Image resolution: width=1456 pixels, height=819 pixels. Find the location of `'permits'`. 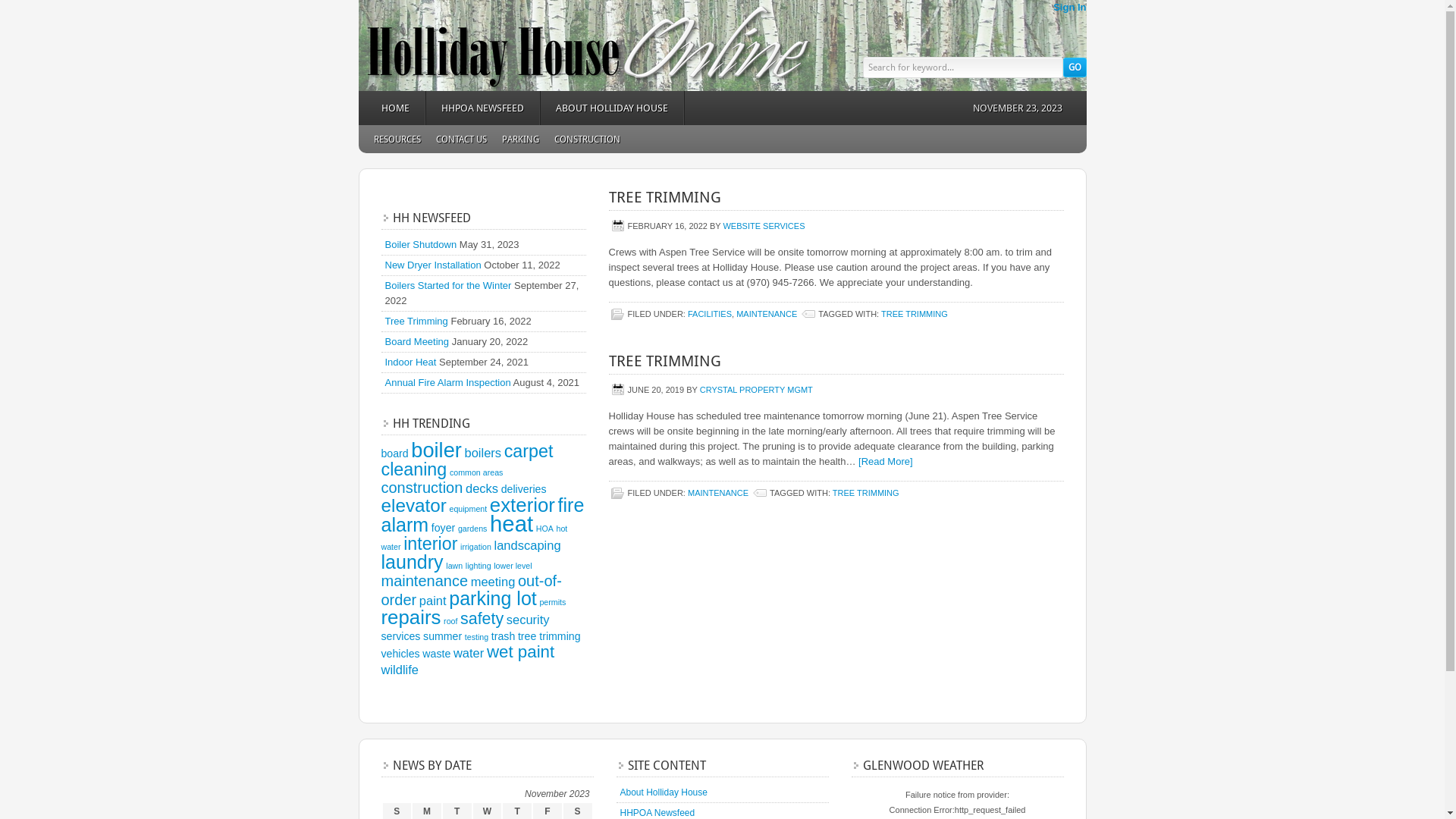

'permits' is located at coordinates (551, 601).